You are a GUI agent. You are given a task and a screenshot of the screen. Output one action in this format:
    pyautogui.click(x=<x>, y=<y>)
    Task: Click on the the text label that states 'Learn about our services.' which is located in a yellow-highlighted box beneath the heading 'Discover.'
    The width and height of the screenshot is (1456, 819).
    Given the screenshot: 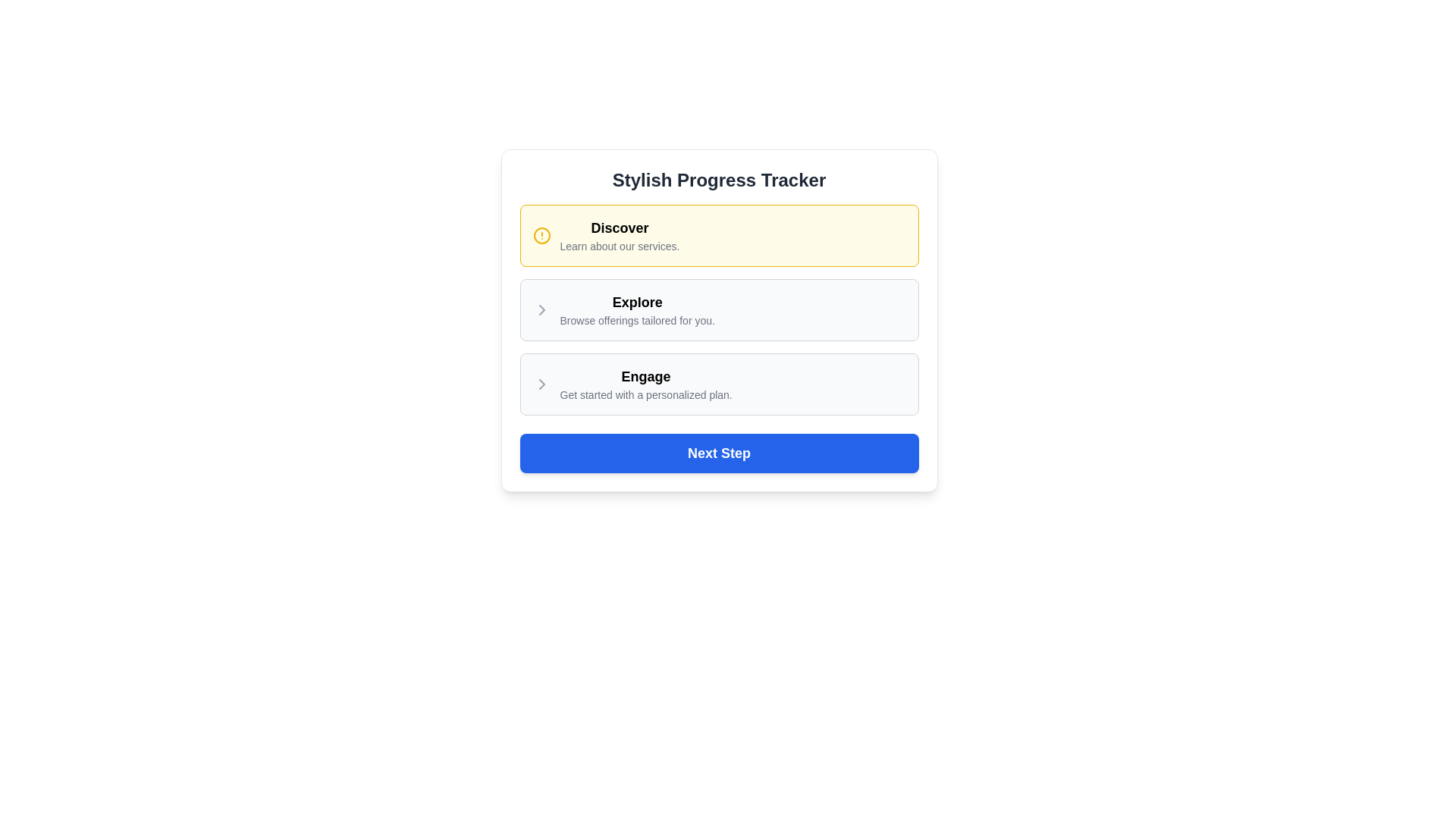 What is the action you would take?
    pyautogui.click(x=620, y=245)
    